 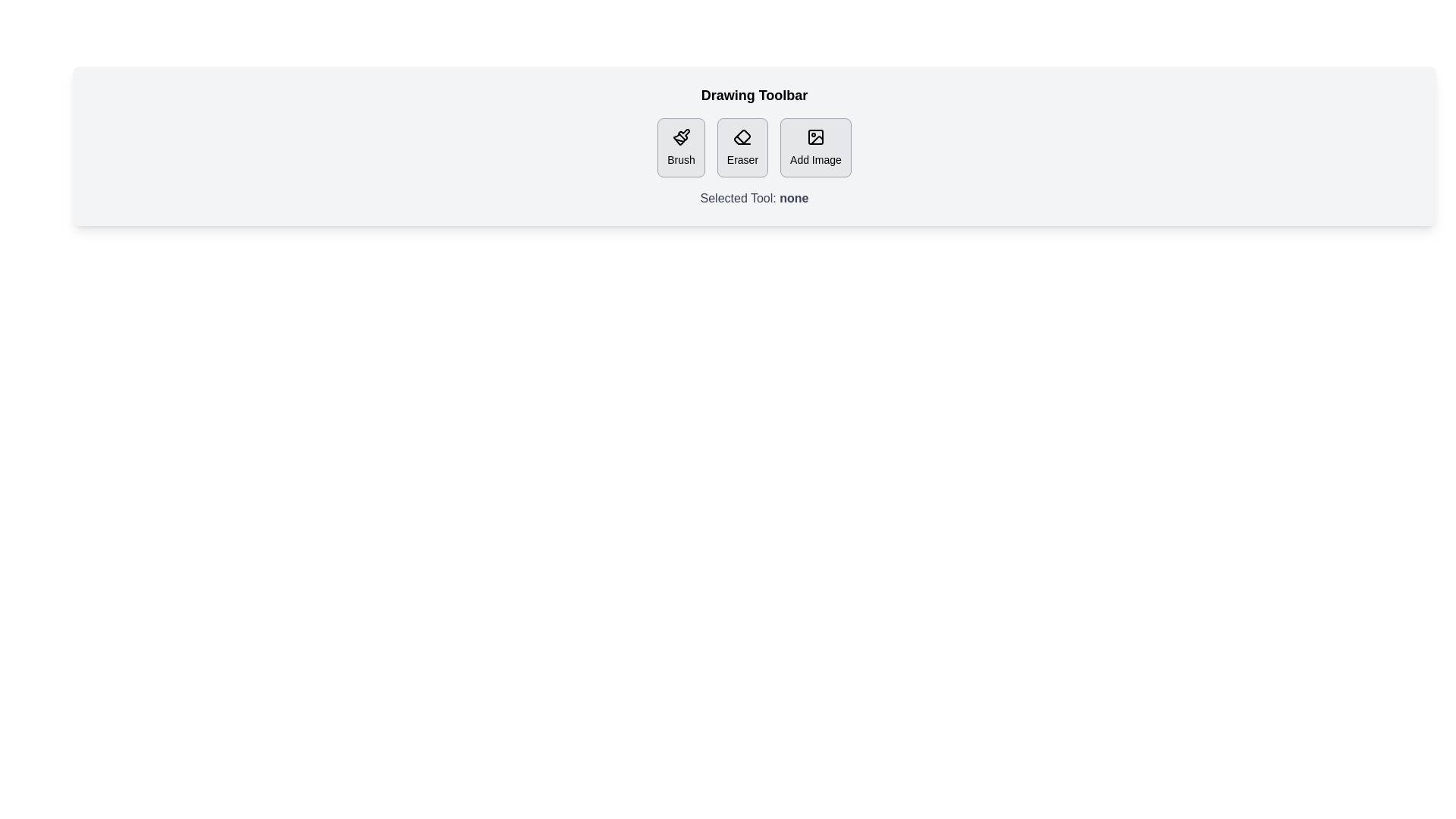 What do you see at coordinates (699, 198) in the screenshot?
I see `the mouse over the text 'Selected Tool: none' to highlight it` at bounding box center [699, 198].